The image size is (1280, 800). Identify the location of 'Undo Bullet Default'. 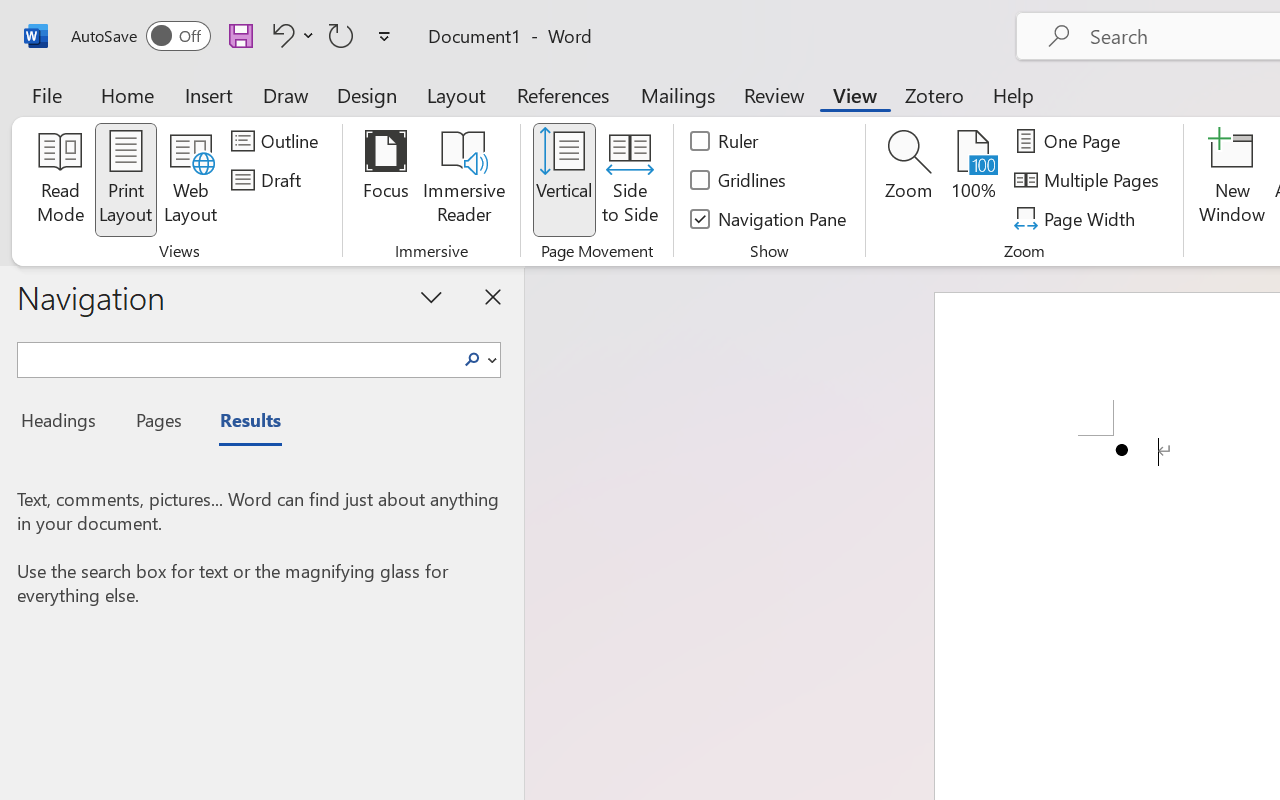
(289, 34).